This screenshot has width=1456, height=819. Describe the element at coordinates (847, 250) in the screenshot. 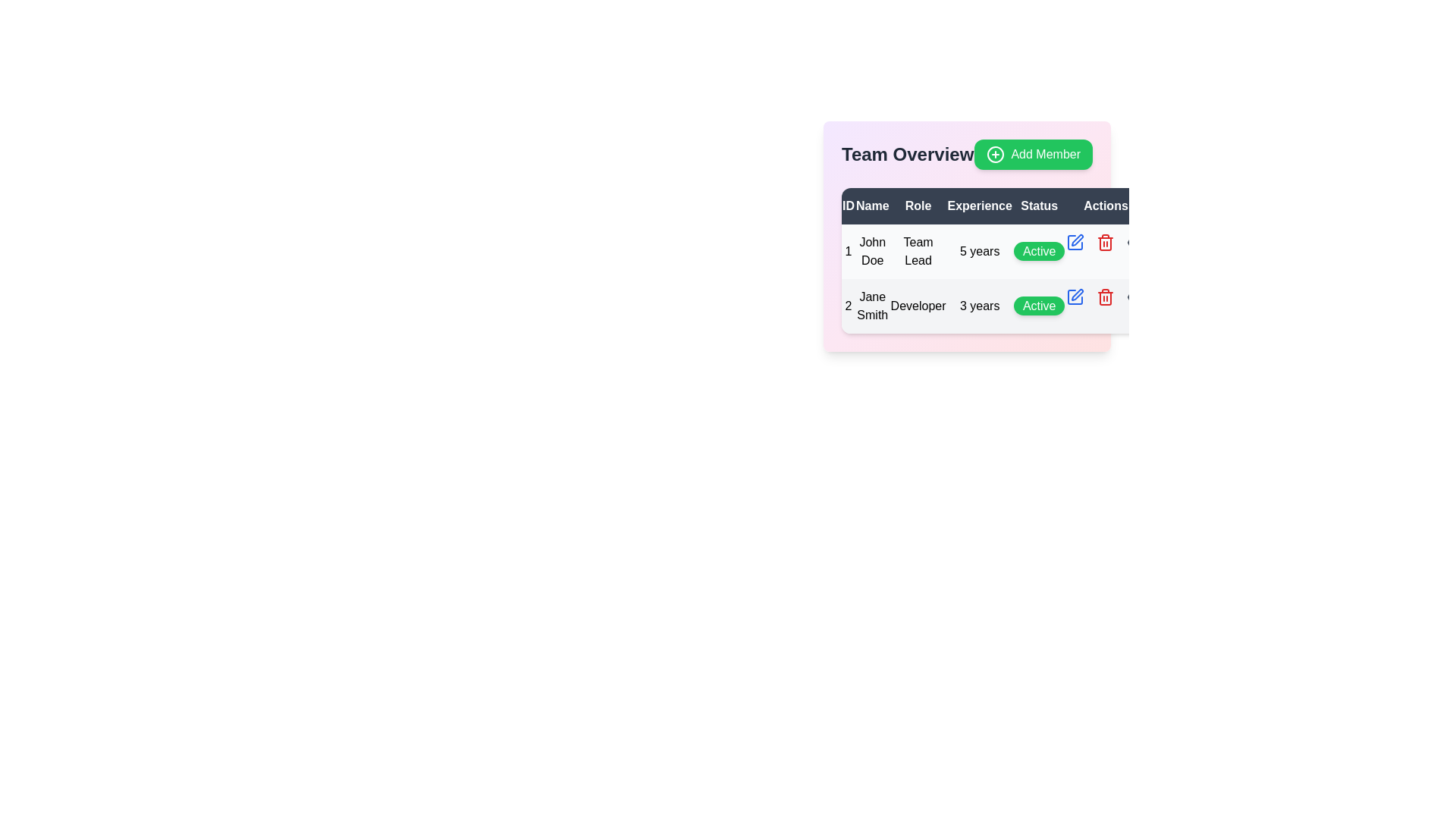

I see `the numeric text '1' in the 'ID' column of the table corresponding to 'John Doe', which is styled with a compact font` at that location.